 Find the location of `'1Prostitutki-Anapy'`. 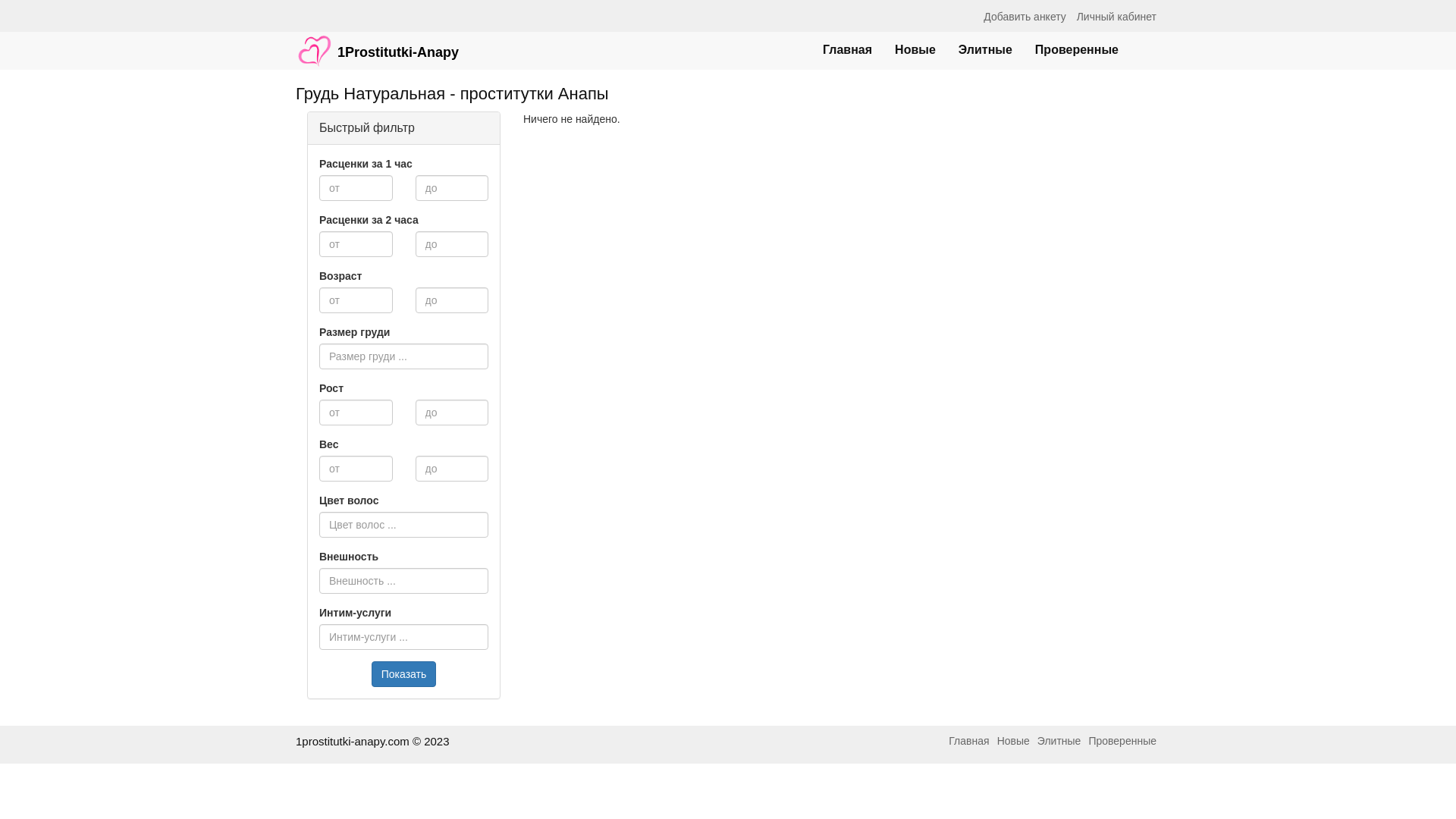

'1Prostitutki-Anapy' is located at coordinates (377, 42).